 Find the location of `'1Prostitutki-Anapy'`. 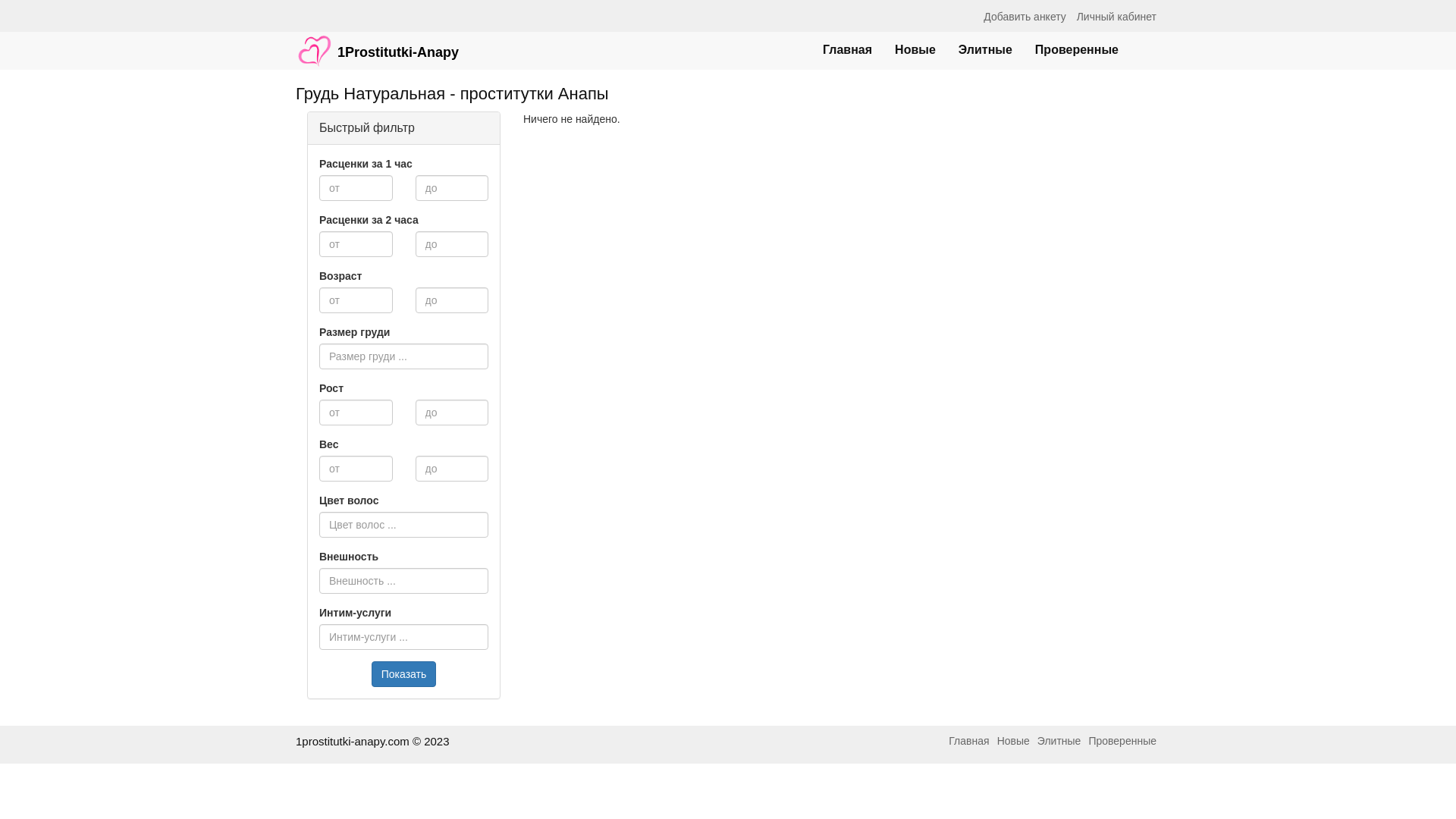

'1Prostitutki-Anapy' is located at coordinates (377, 42).